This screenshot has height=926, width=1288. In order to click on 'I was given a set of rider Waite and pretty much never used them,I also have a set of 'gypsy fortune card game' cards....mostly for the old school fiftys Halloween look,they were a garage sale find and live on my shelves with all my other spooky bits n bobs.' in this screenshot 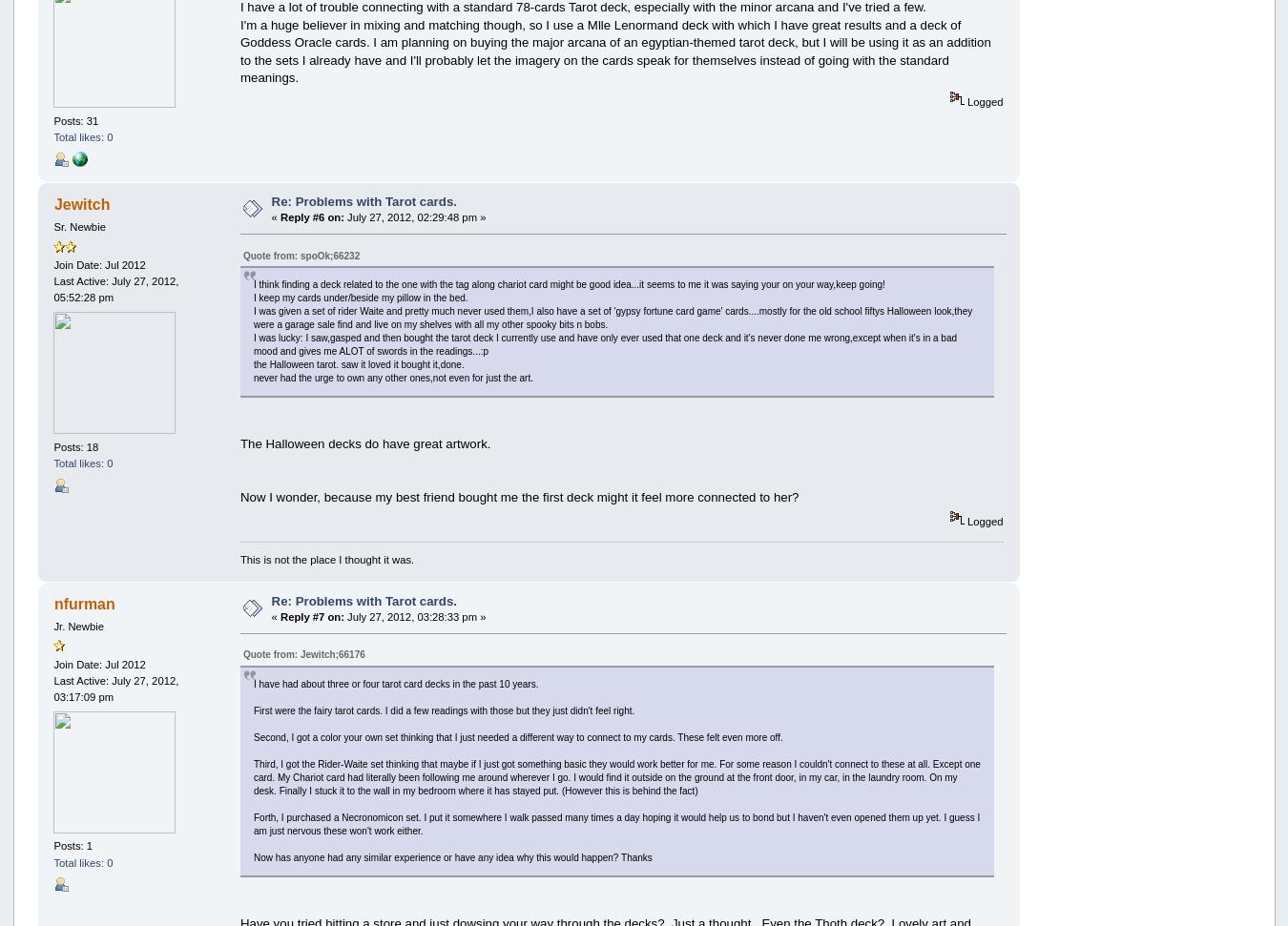, I will do `click(613, 318)`.